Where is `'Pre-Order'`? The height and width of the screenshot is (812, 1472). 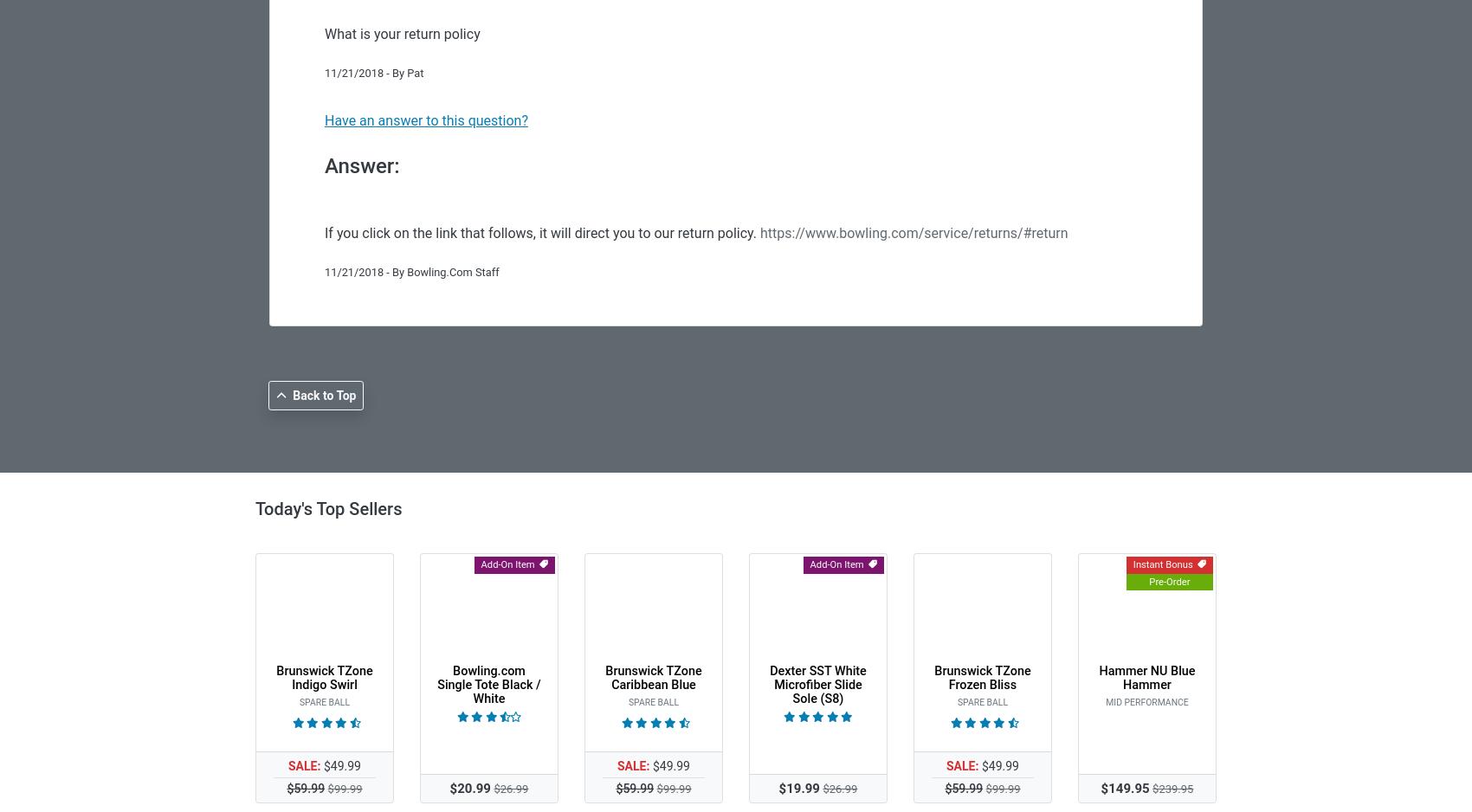 'Pre-Order' is located at coordinates (1169, 581).